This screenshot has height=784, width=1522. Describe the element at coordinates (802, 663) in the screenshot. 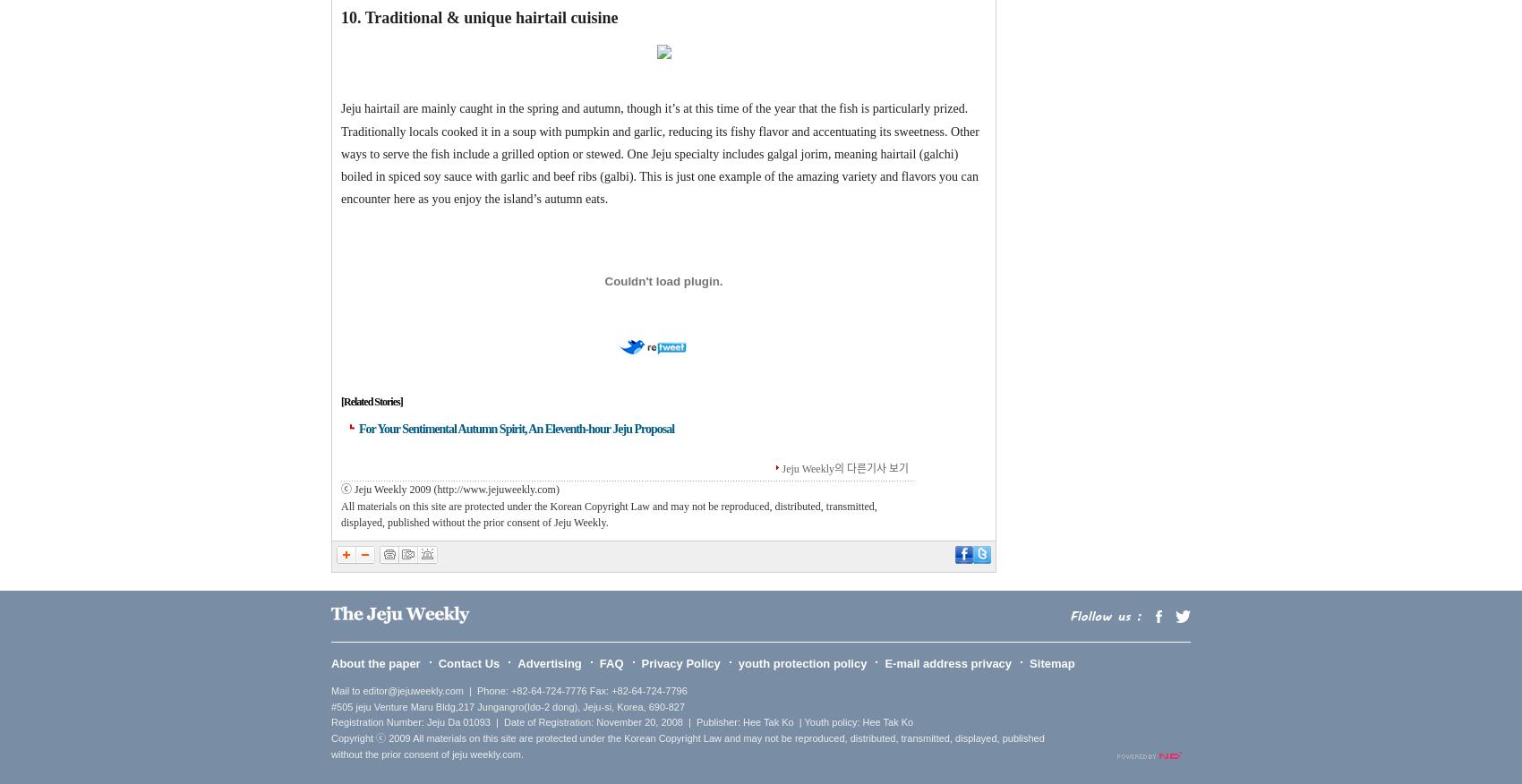

I see `'youth protection policy'` at that location.